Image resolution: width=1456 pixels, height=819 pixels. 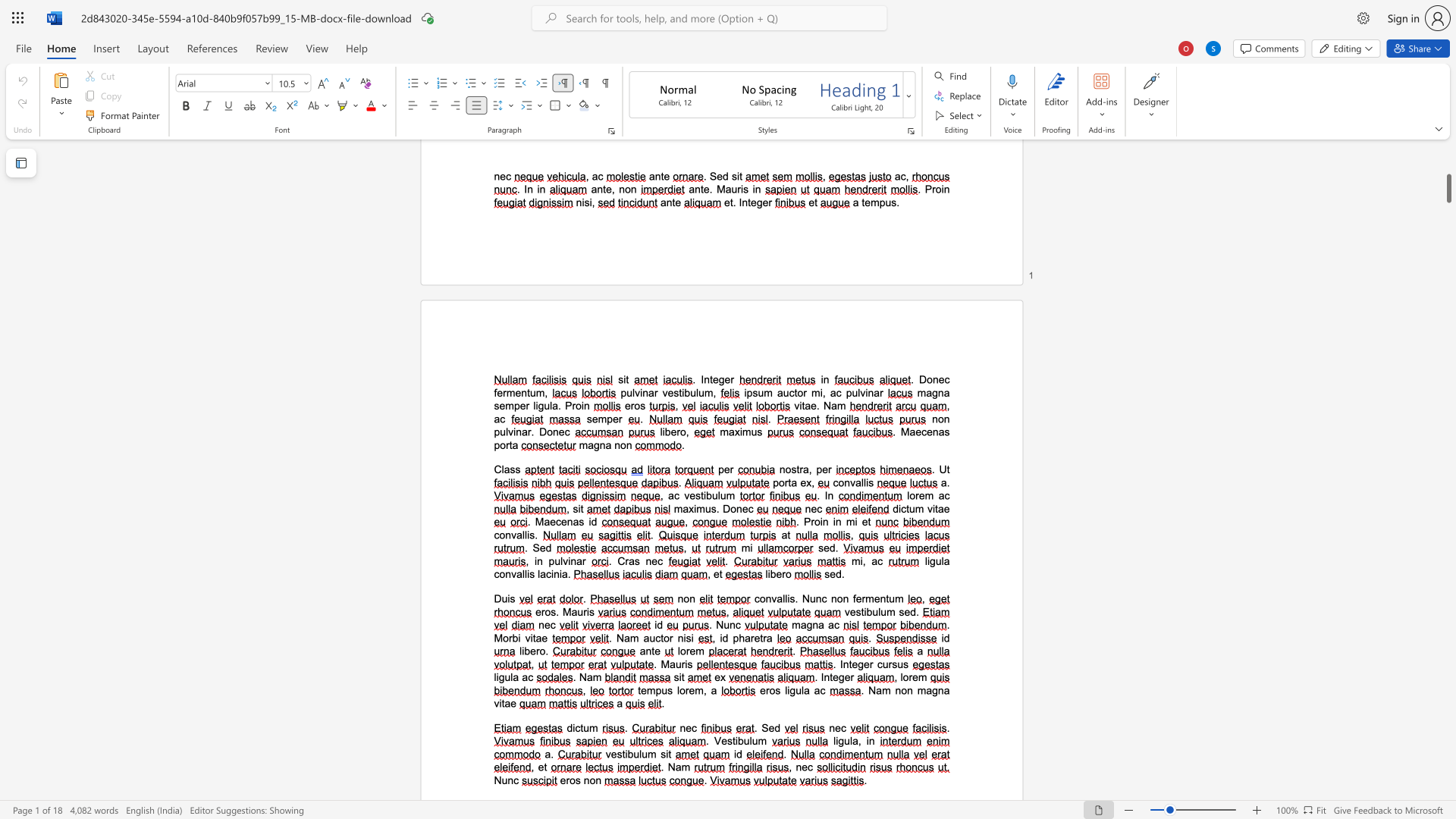 I want to click on the space between the continuous character "n" and "o" in the text, so click(x=620, y=444).